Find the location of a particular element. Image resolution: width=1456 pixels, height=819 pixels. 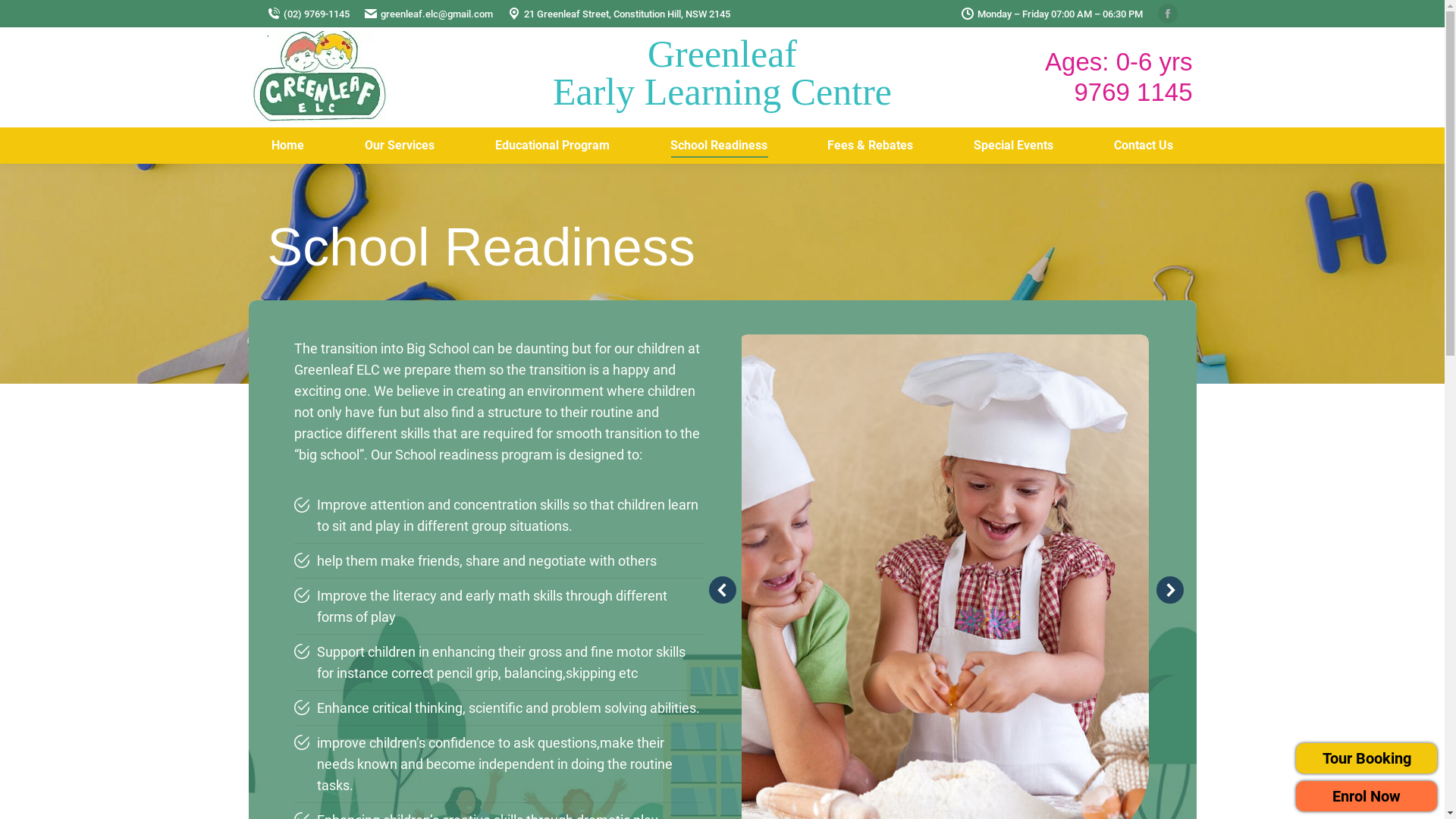

'Contact Us' is located at coordinates (1143, 146).